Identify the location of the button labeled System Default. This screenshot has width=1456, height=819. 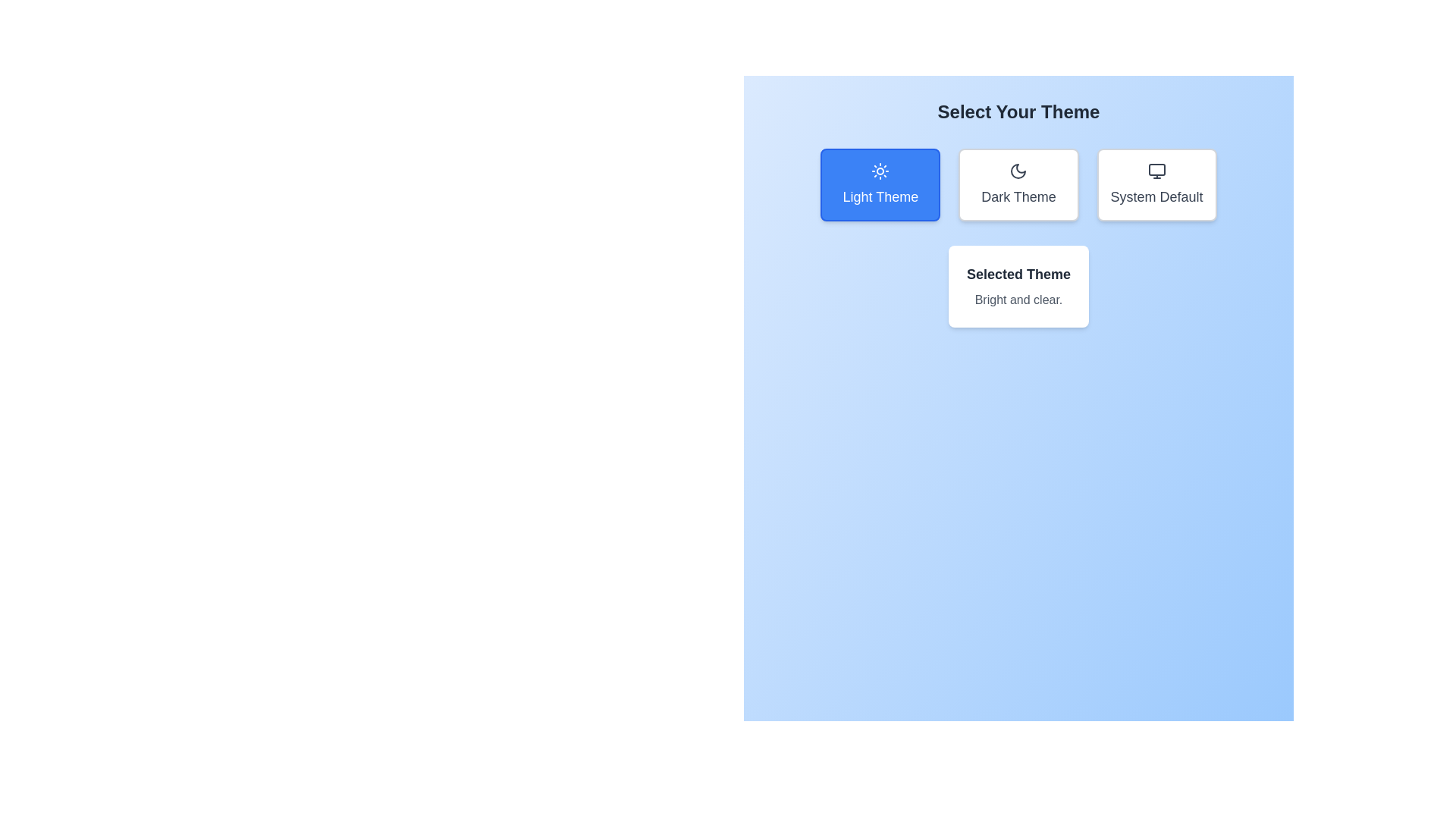
(1156, 184).